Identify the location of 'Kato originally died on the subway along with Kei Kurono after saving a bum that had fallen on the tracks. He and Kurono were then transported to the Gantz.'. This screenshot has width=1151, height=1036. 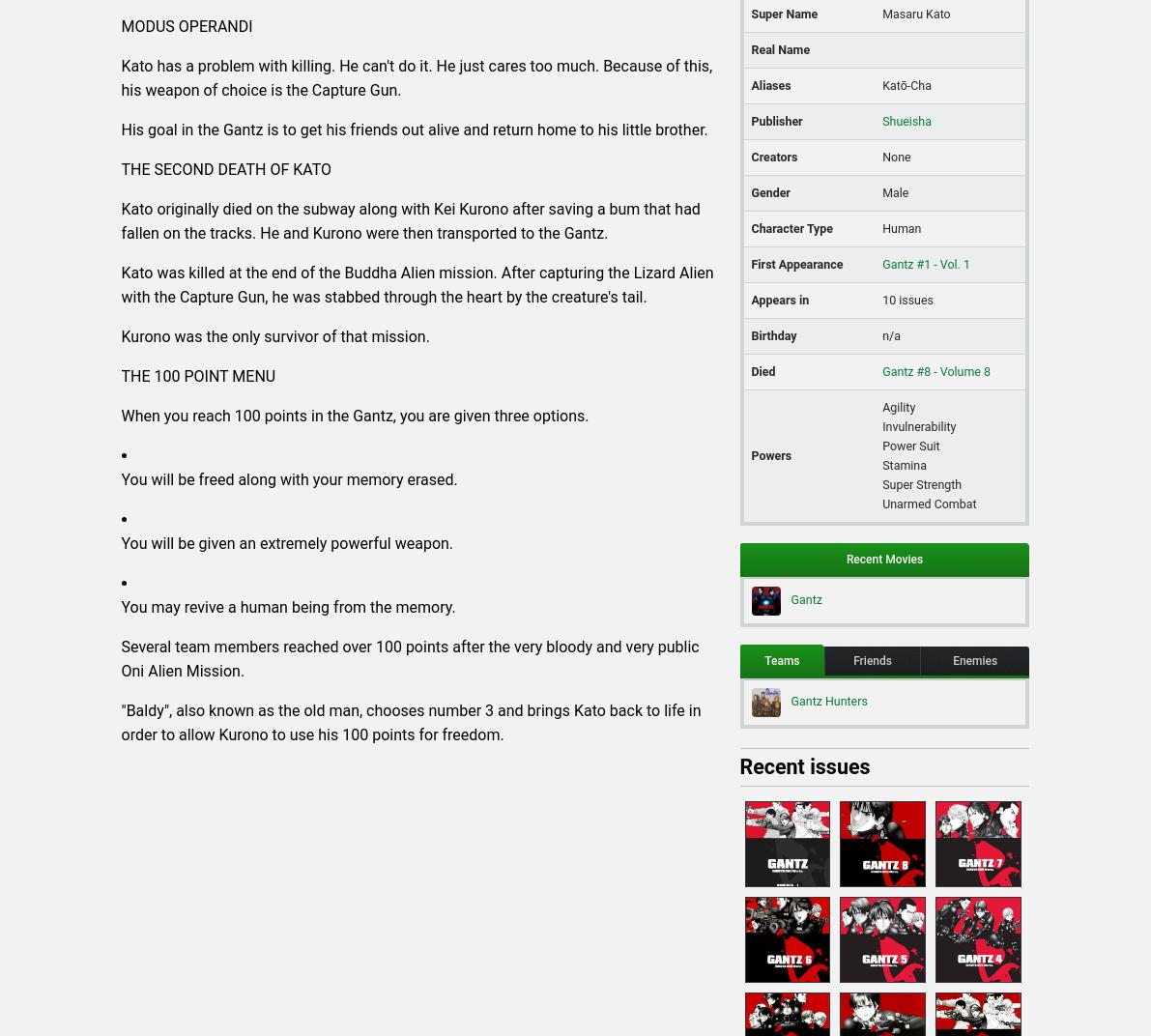
(409, 220).